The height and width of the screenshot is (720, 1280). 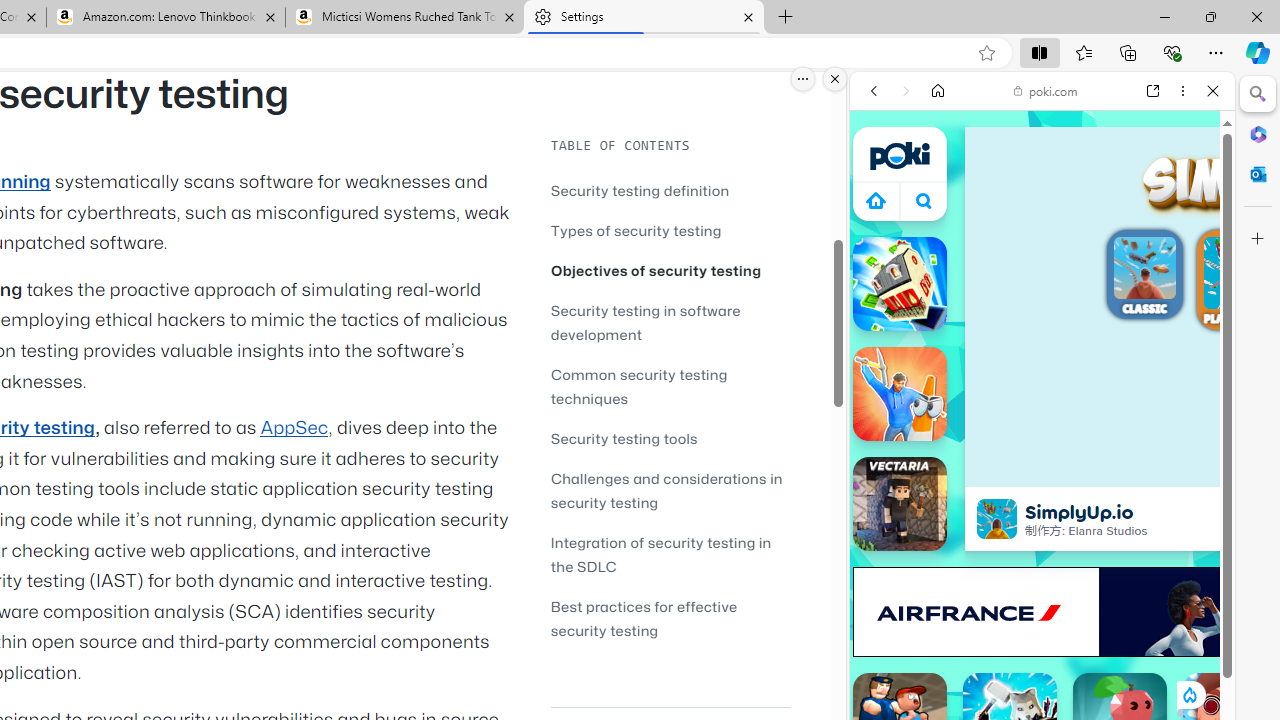 I want to click on 'Best practices for effective security testing', so click(x=644, y=617).